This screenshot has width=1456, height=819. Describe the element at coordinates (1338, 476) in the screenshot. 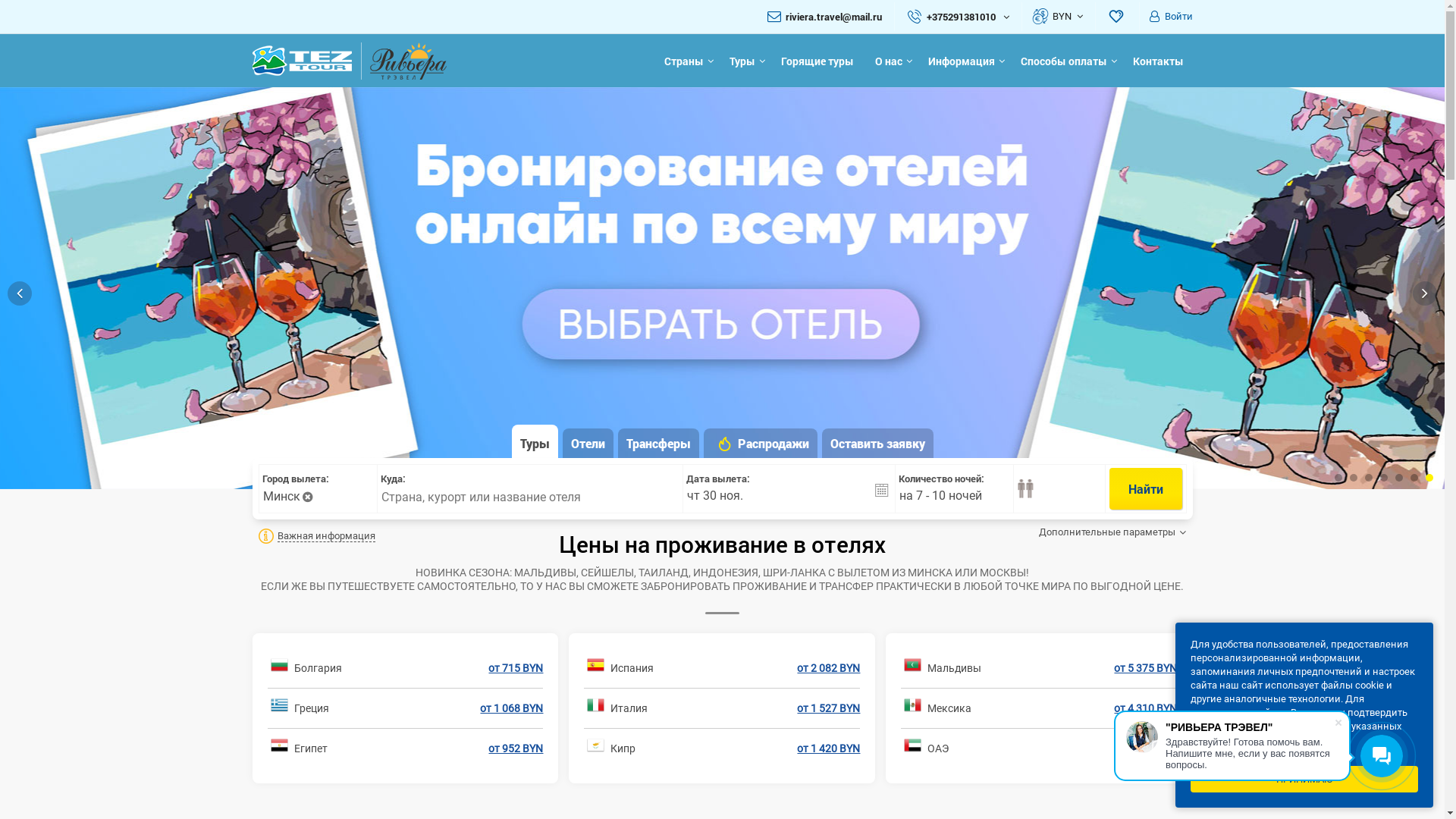

I see `'1'` at that location.